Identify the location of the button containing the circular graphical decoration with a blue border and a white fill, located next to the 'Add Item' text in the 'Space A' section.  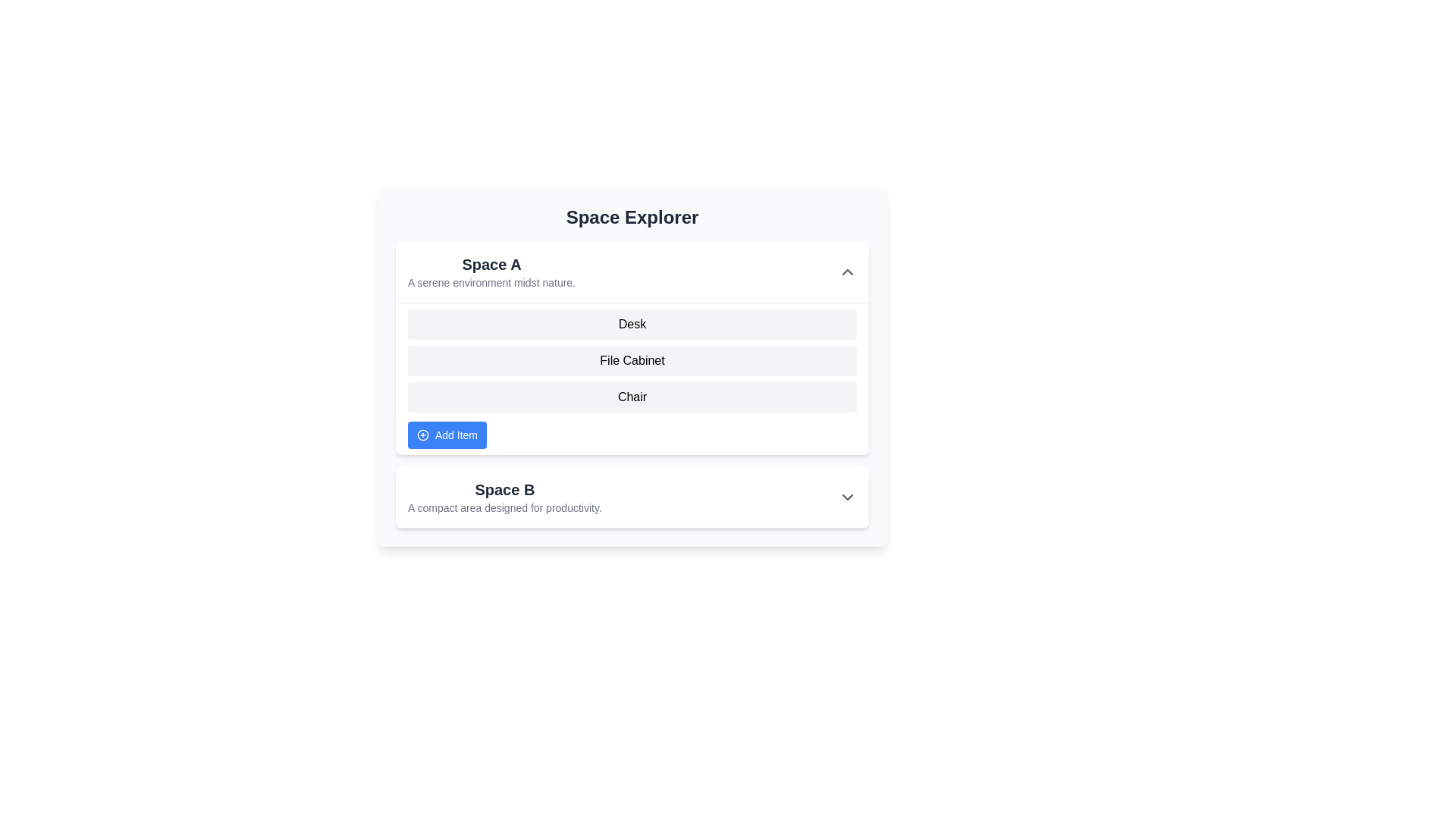
(422, 435).